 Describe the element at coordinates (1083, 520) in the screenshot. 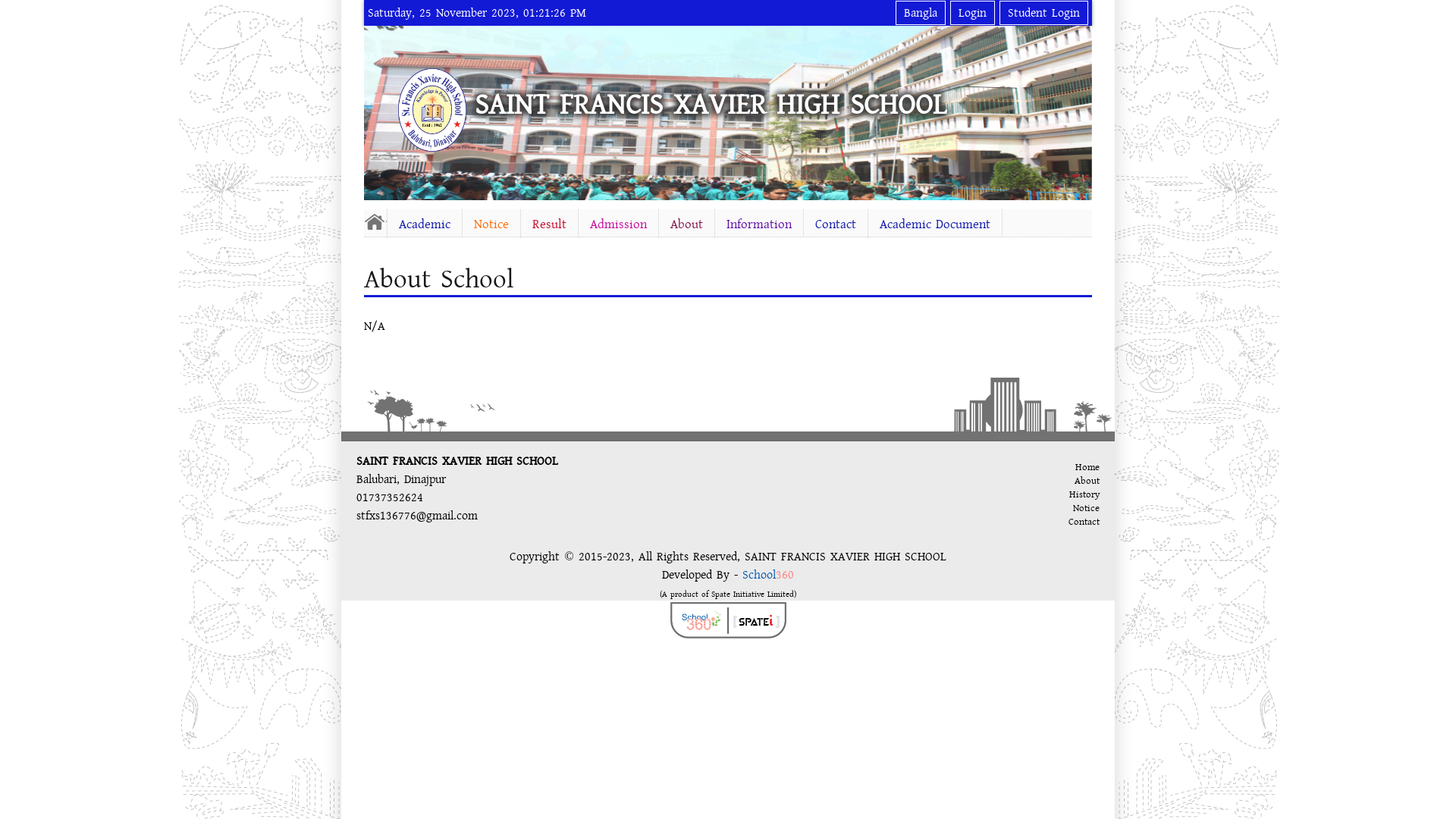

I see `'Contact'` at that location.